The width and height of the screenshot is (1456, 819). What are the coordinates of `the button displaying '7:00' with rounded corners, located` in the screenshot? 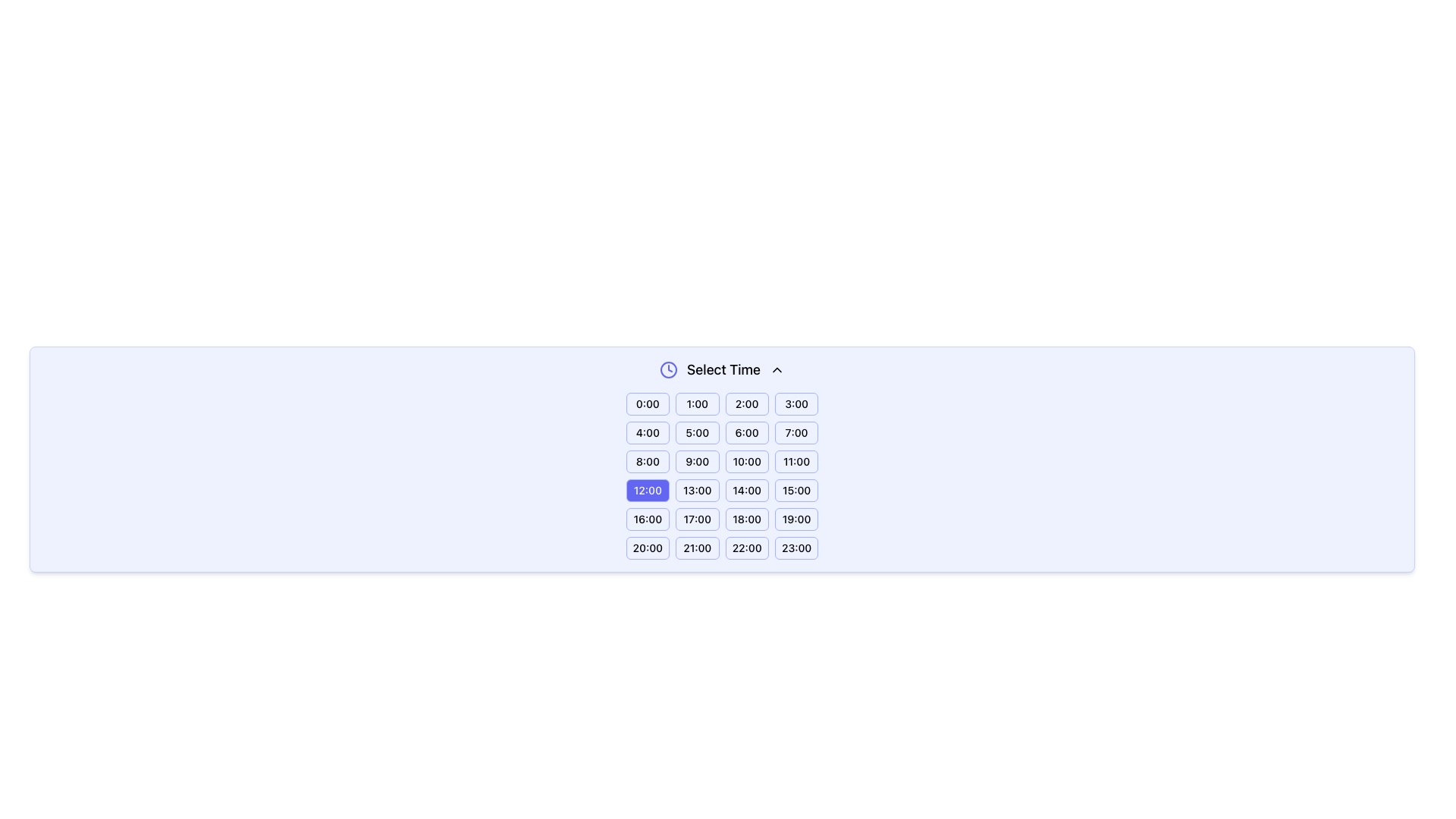 It's located at (795, 432).